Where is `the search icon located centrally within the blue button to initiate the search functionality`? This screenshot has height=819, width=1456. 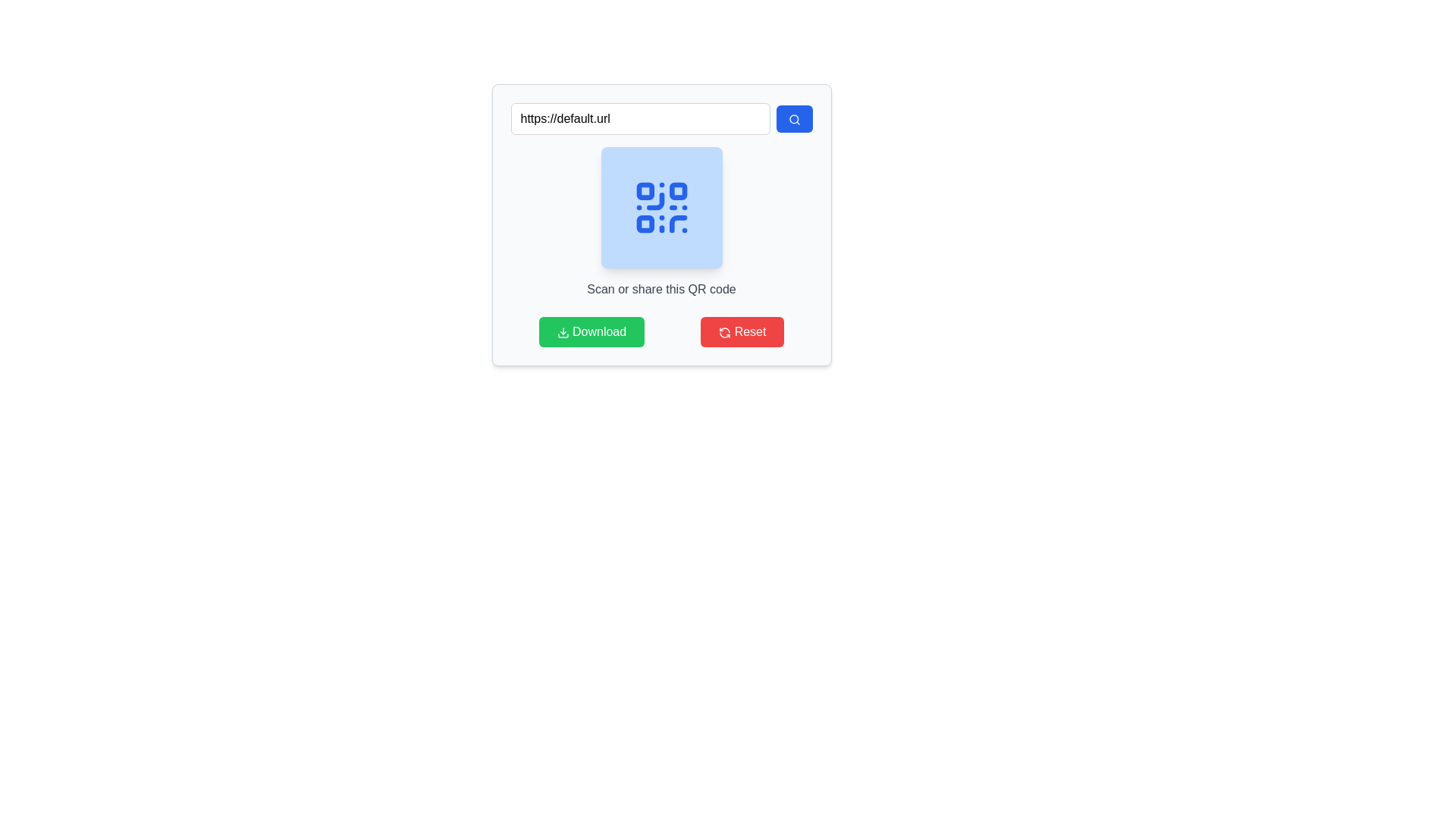
the search icon located centrally within the blue button to initiate the search functionality is located at coordinates (793, 119).